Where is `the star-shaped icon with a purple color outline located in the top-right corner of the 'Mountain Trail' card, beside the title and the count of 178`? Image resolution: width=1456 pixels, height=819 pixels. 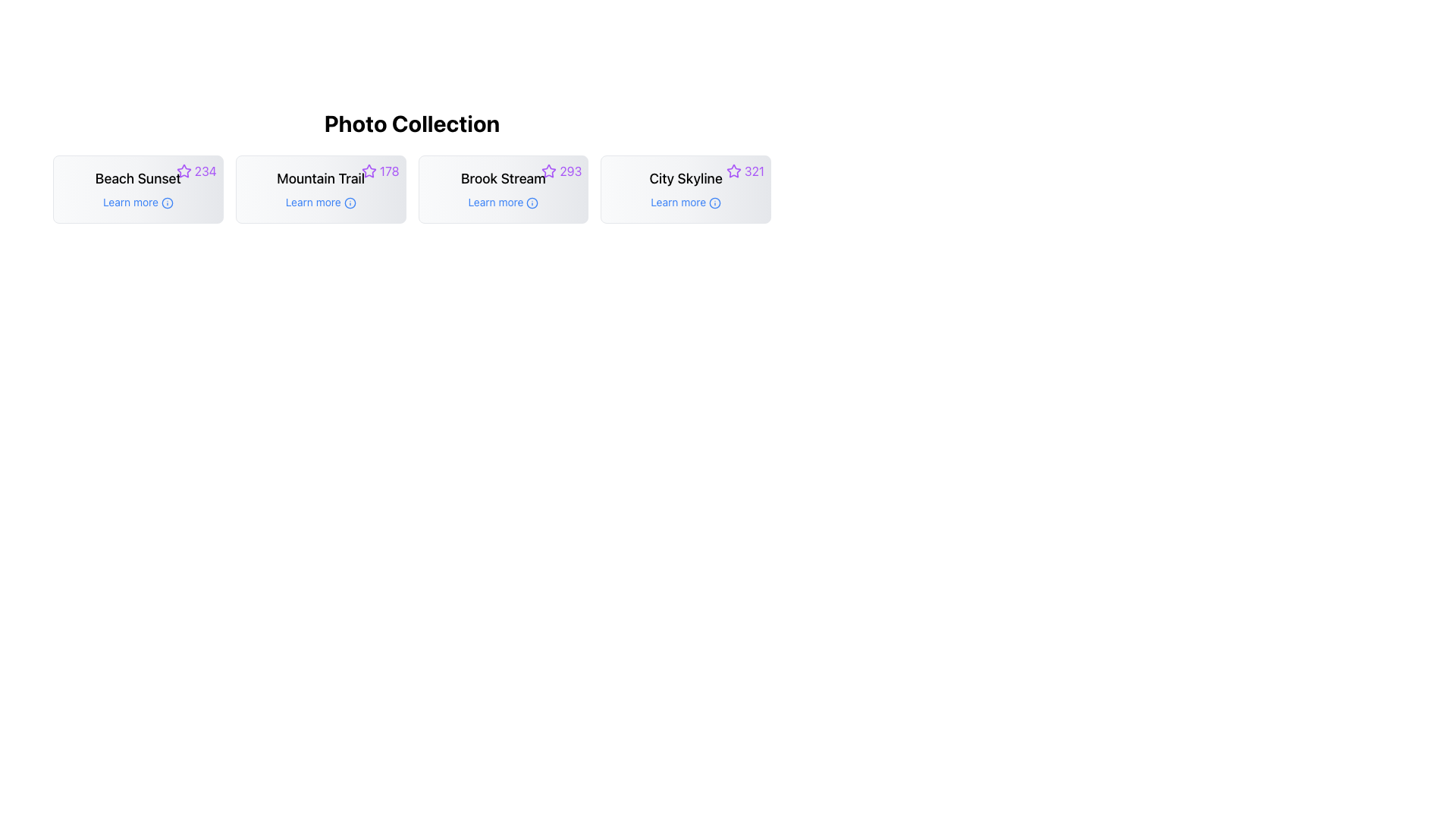 the star-shaped icon with a purple color outline located in the top-right corner of the 'Mountain Trail' card, beside the title and the count of 178 is located at coordinates (369, 171).